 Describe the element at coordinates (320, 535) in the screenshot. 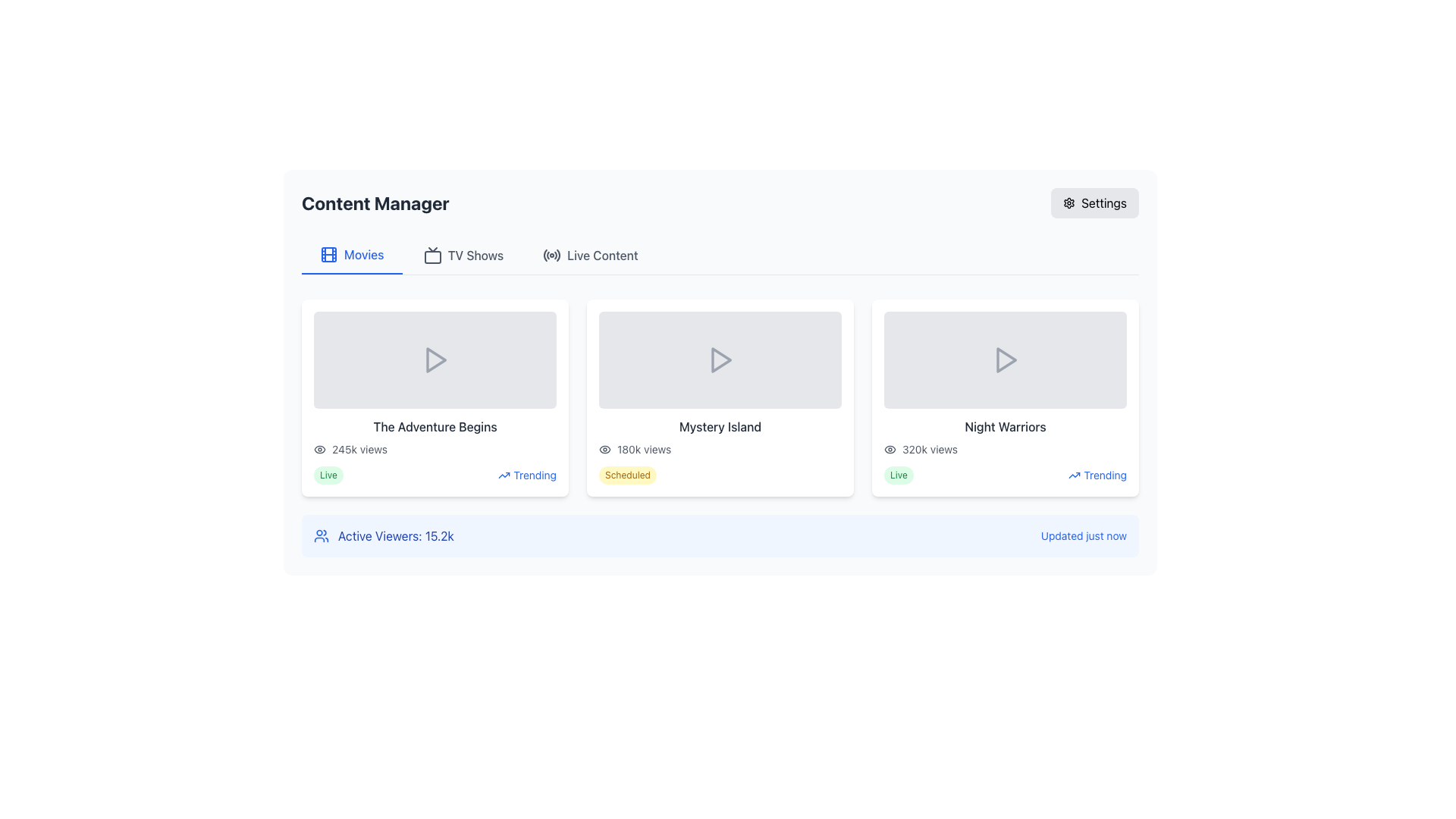

I see `the viewer icon located to the left of the 'Active Viewers: 15.2k' label` at that location.